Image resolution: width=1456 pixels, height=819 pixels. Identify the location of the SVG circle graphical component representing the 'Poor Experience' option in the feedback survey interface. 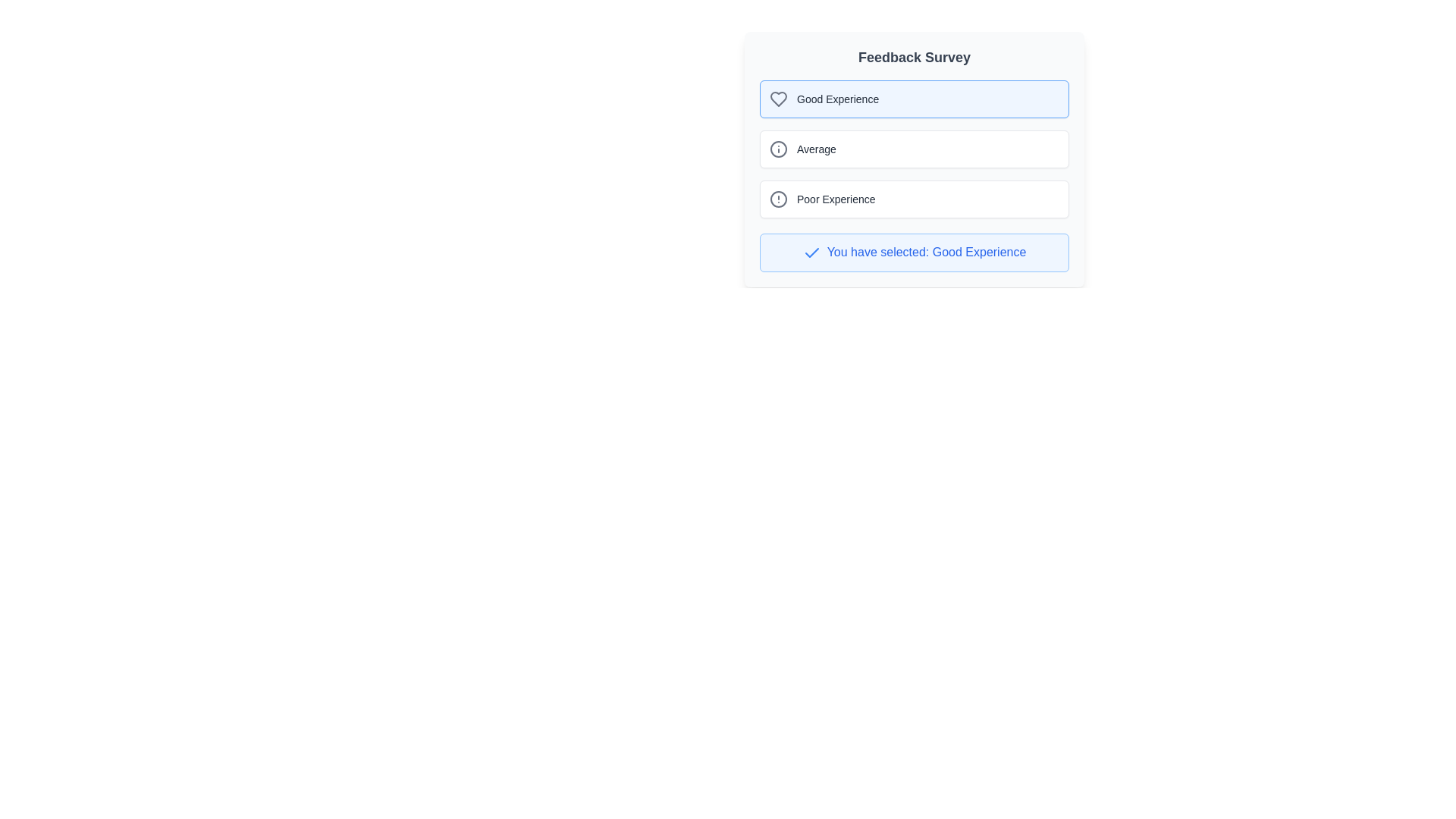
(779, 198).